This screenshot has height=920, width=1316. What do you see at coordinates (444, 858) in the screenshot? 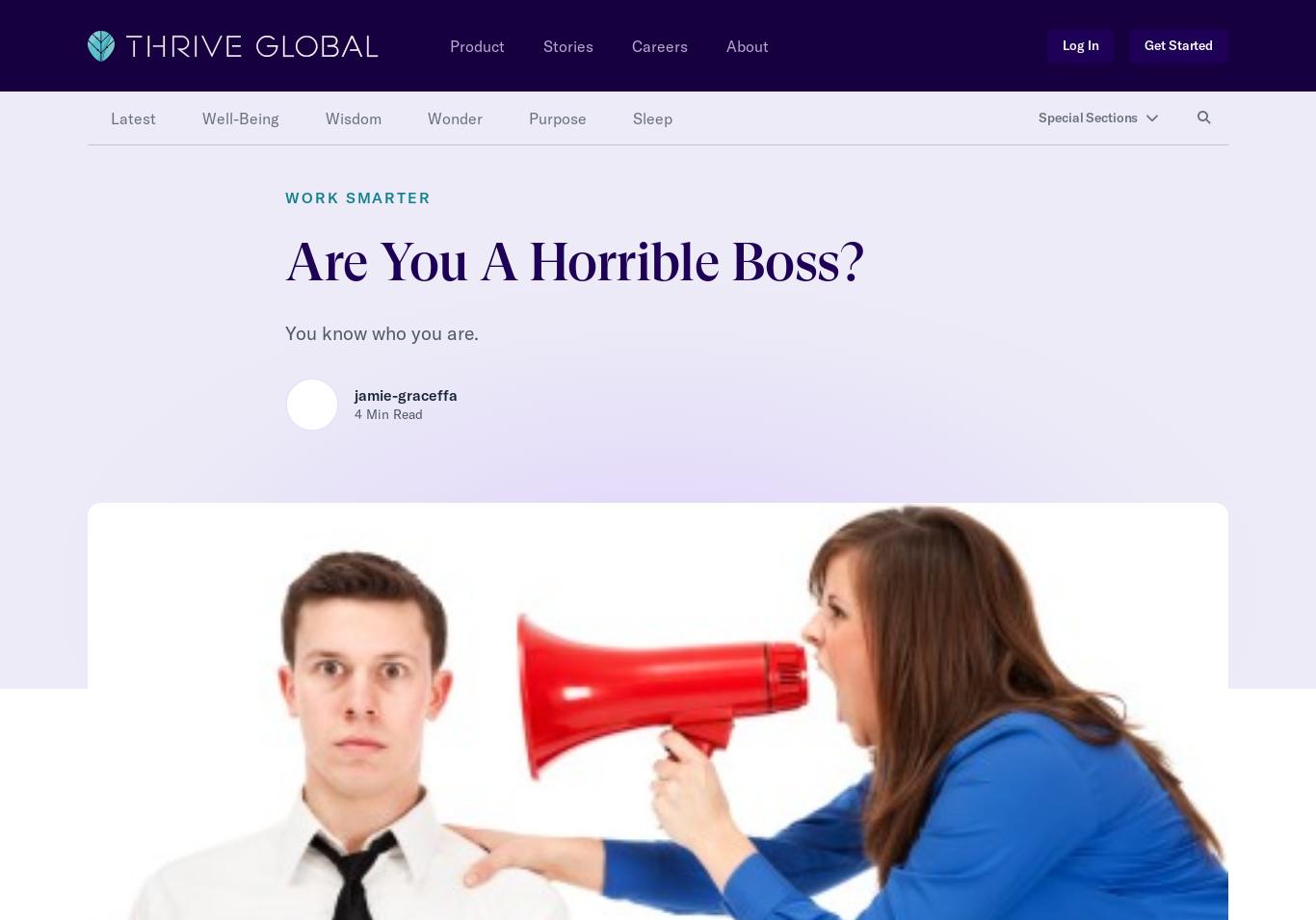
I see `'medium.com'` at bounding box center [444, 858].